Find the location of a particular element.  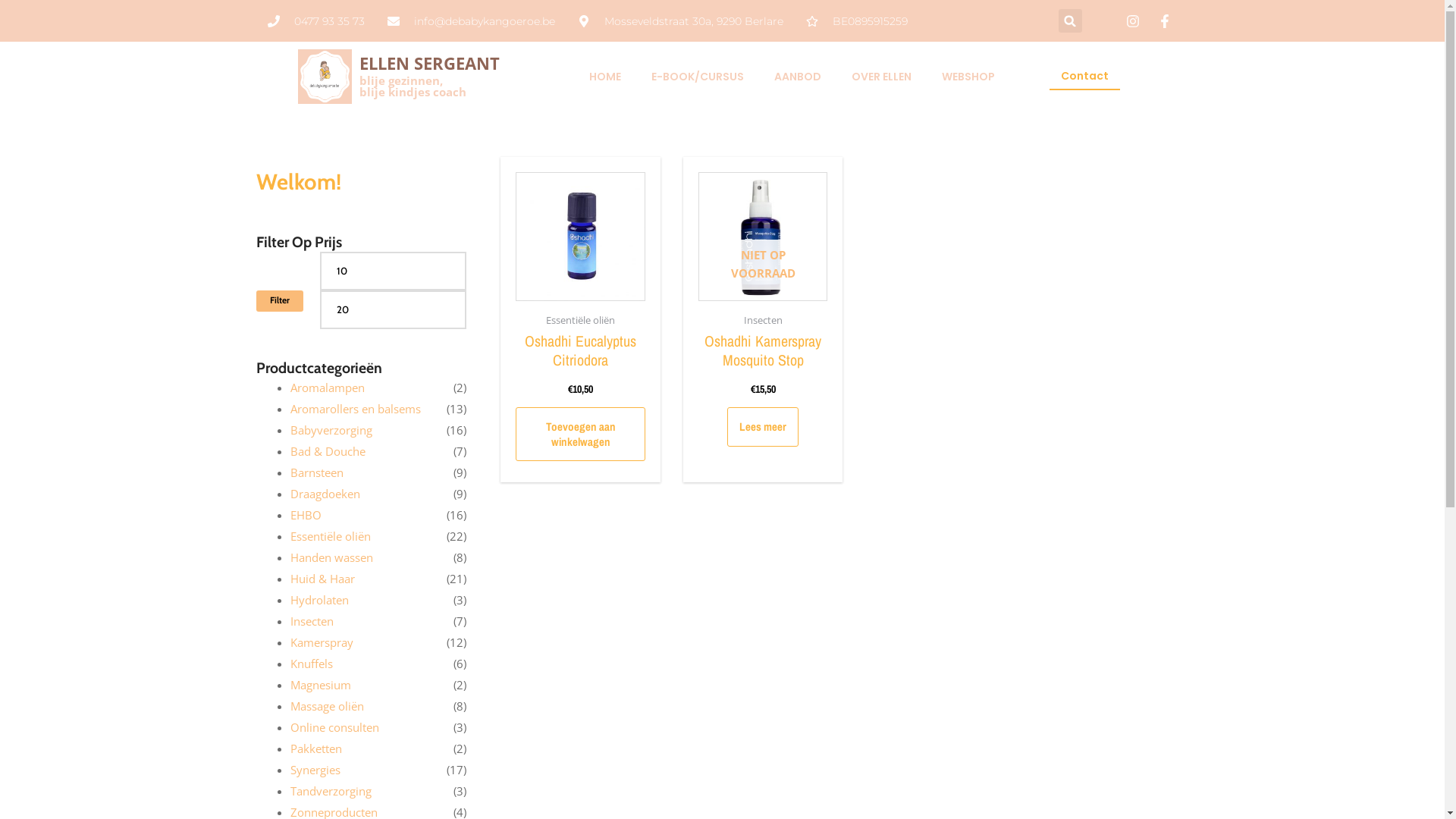

'Kamerspray' is located at coordinates (320, 642).